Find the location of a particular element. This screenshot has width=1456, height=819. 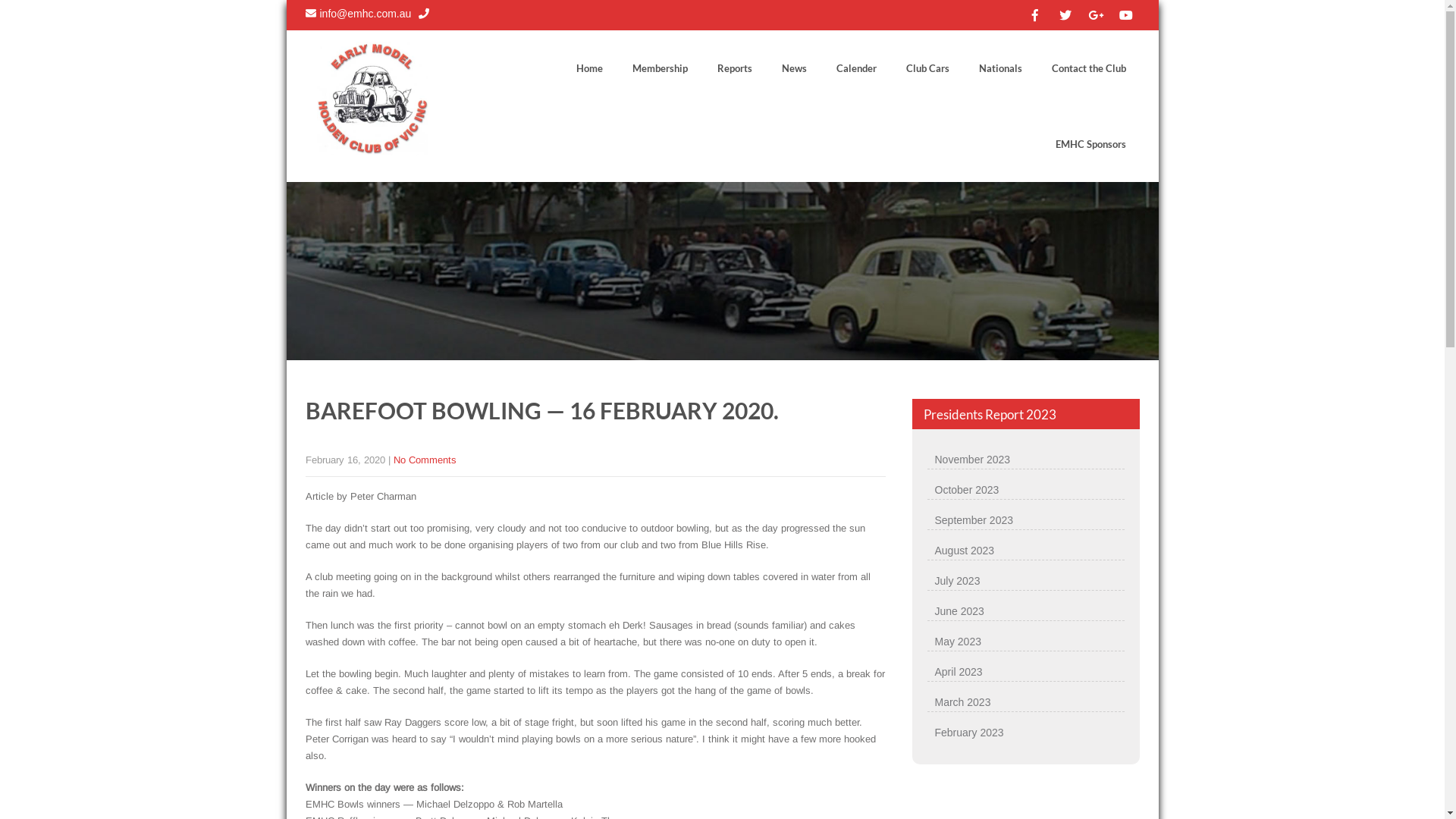

'fab fa-twitter' is located at coordinates (1051, 14).